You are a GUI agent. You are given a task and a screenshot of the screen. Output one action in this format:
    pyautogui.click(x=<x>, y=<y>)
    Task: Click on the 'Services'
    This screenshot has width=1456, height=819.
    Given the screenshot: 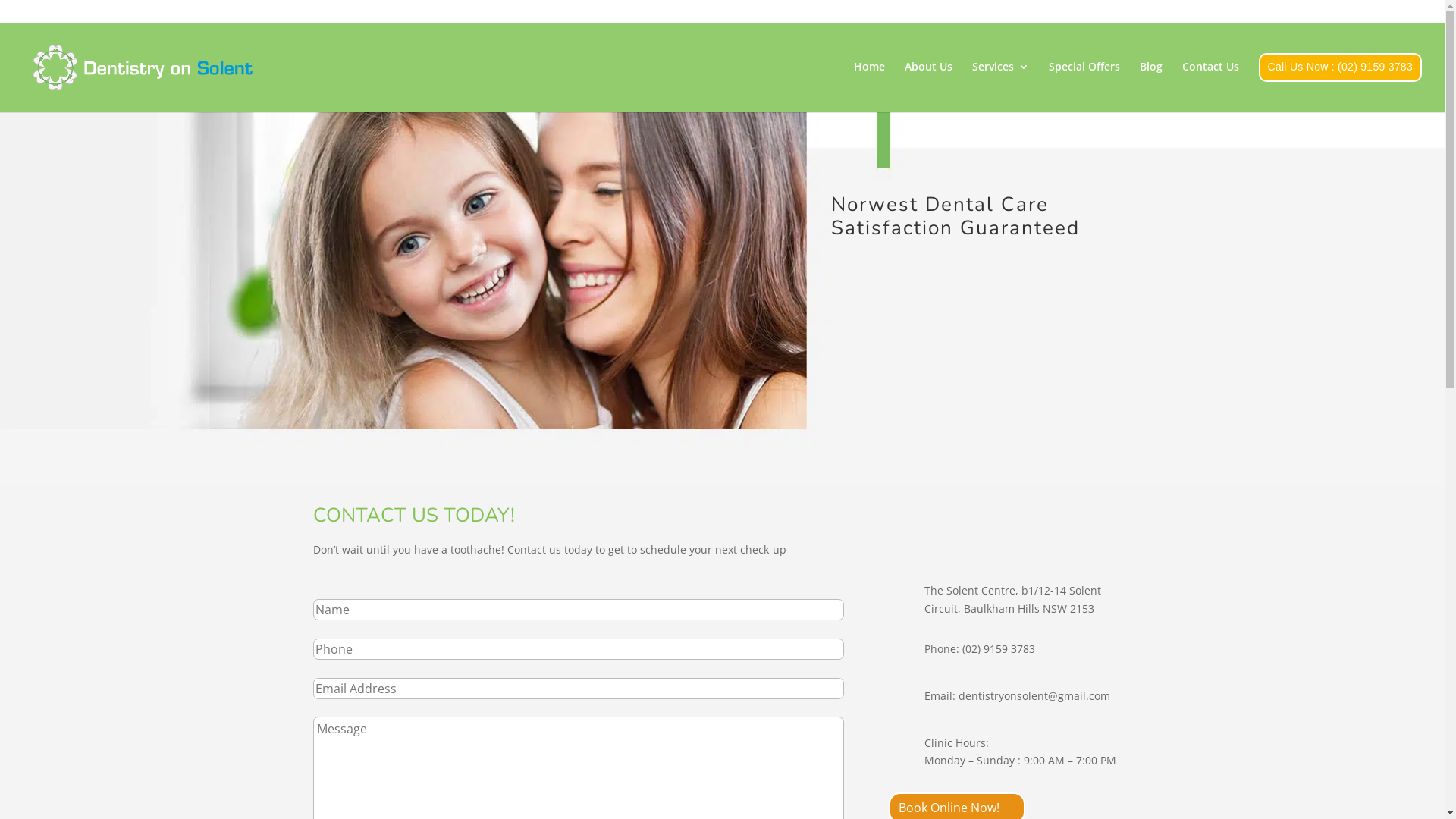 What is the action you would take?
    pyautogui.click(x=971, y=82)
    